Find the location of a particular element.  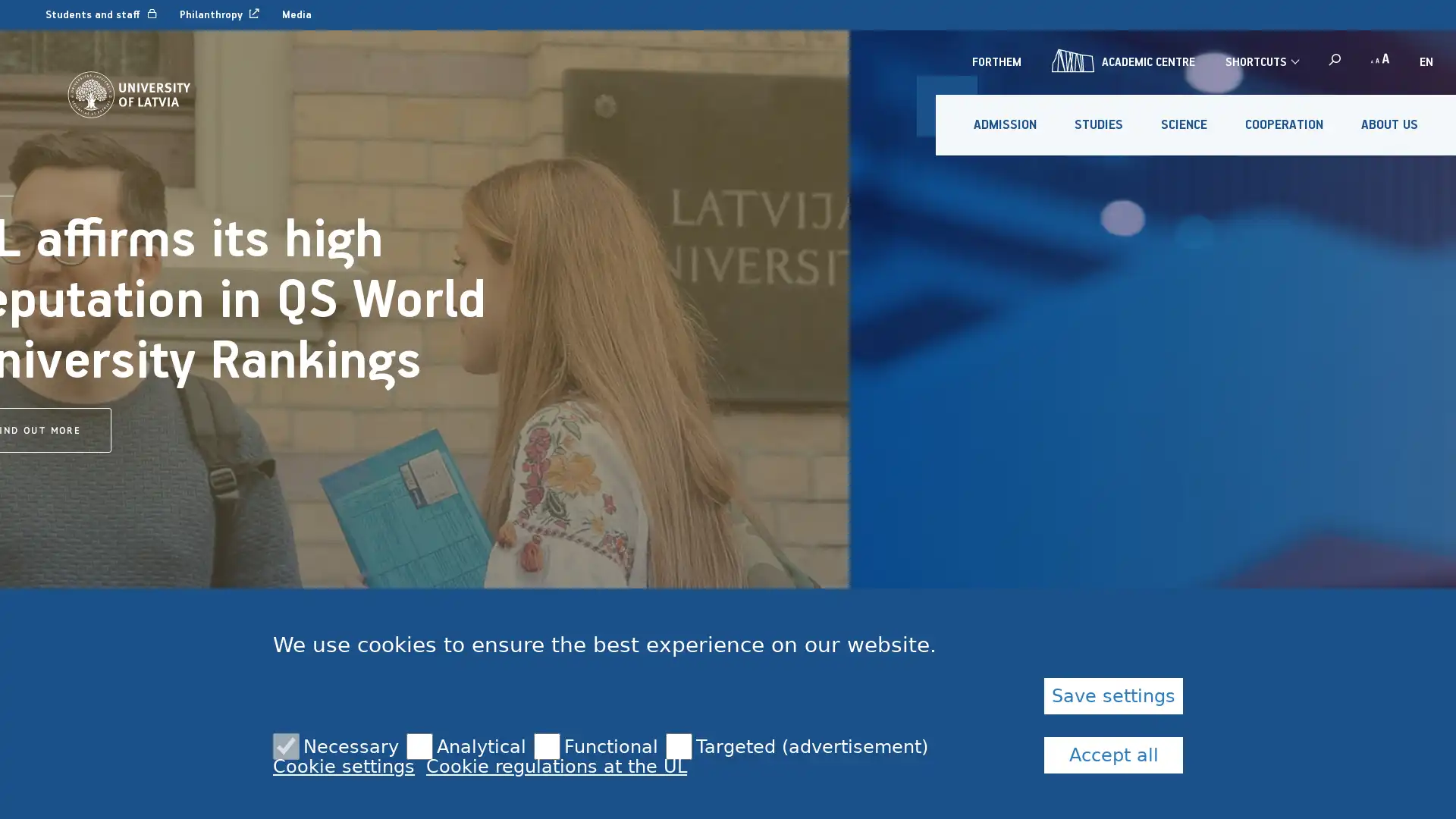

ADMISSION is located at coordinates (1005, 124).